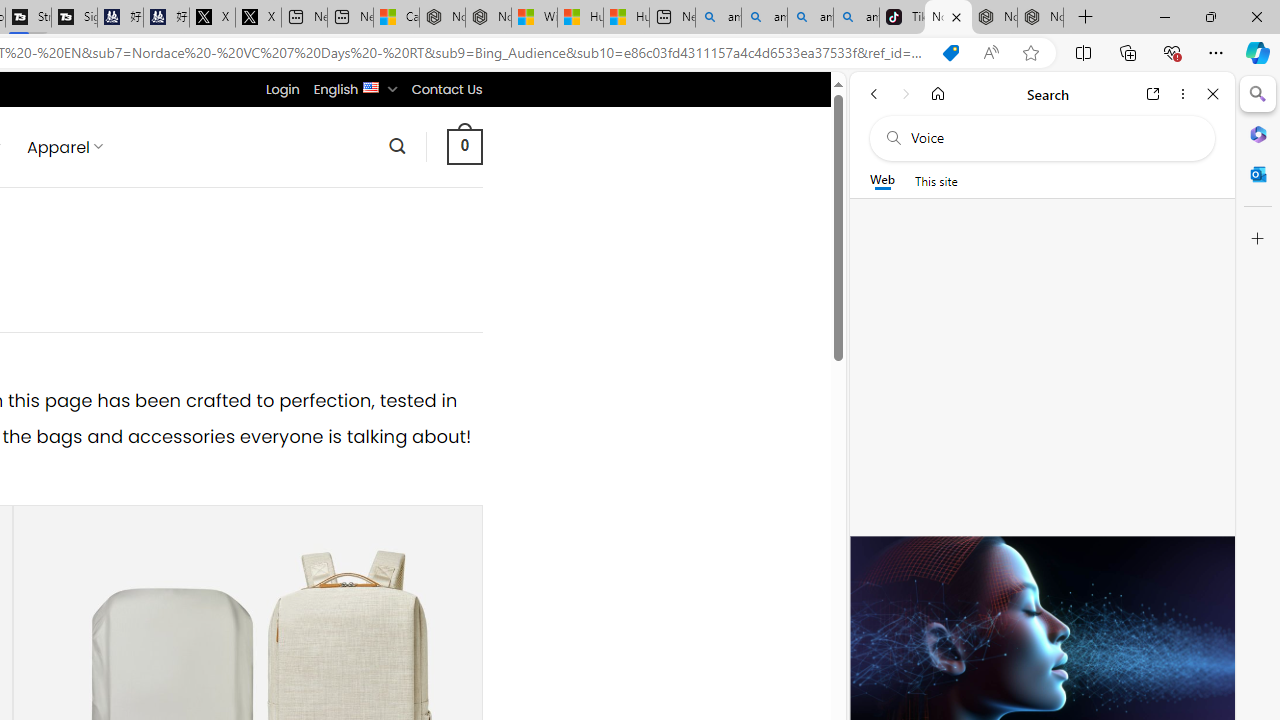 The width and height of the screenshot is (1280, 720). I want to click on 'Customize', so click(1257, 238).